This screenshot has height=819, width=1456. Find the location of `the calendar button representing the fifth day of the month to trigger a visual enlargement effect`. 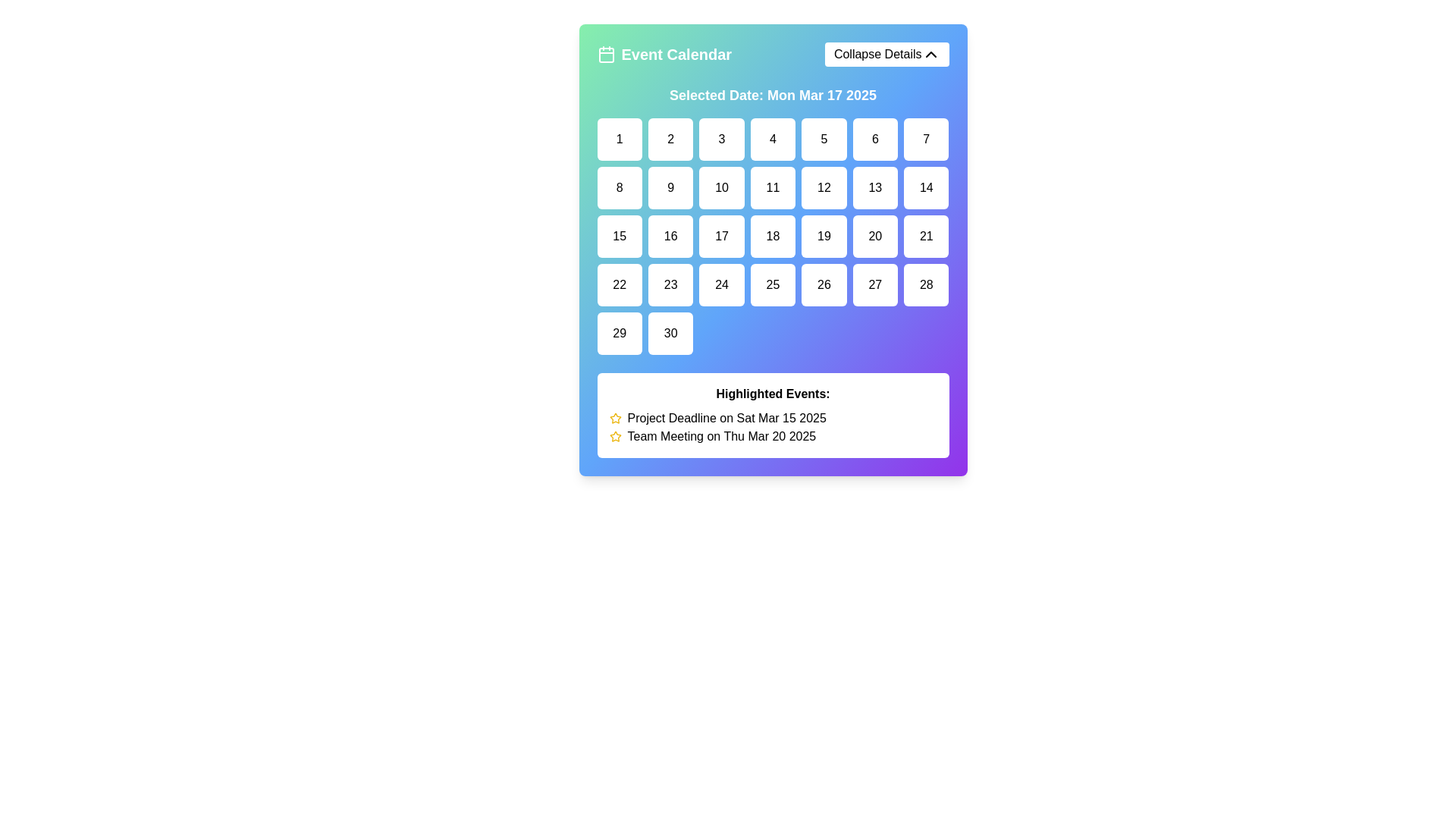

the calendar button representing the fifth day of the month to trigger a visual enlargement effect is located at coordinates (823, 140).